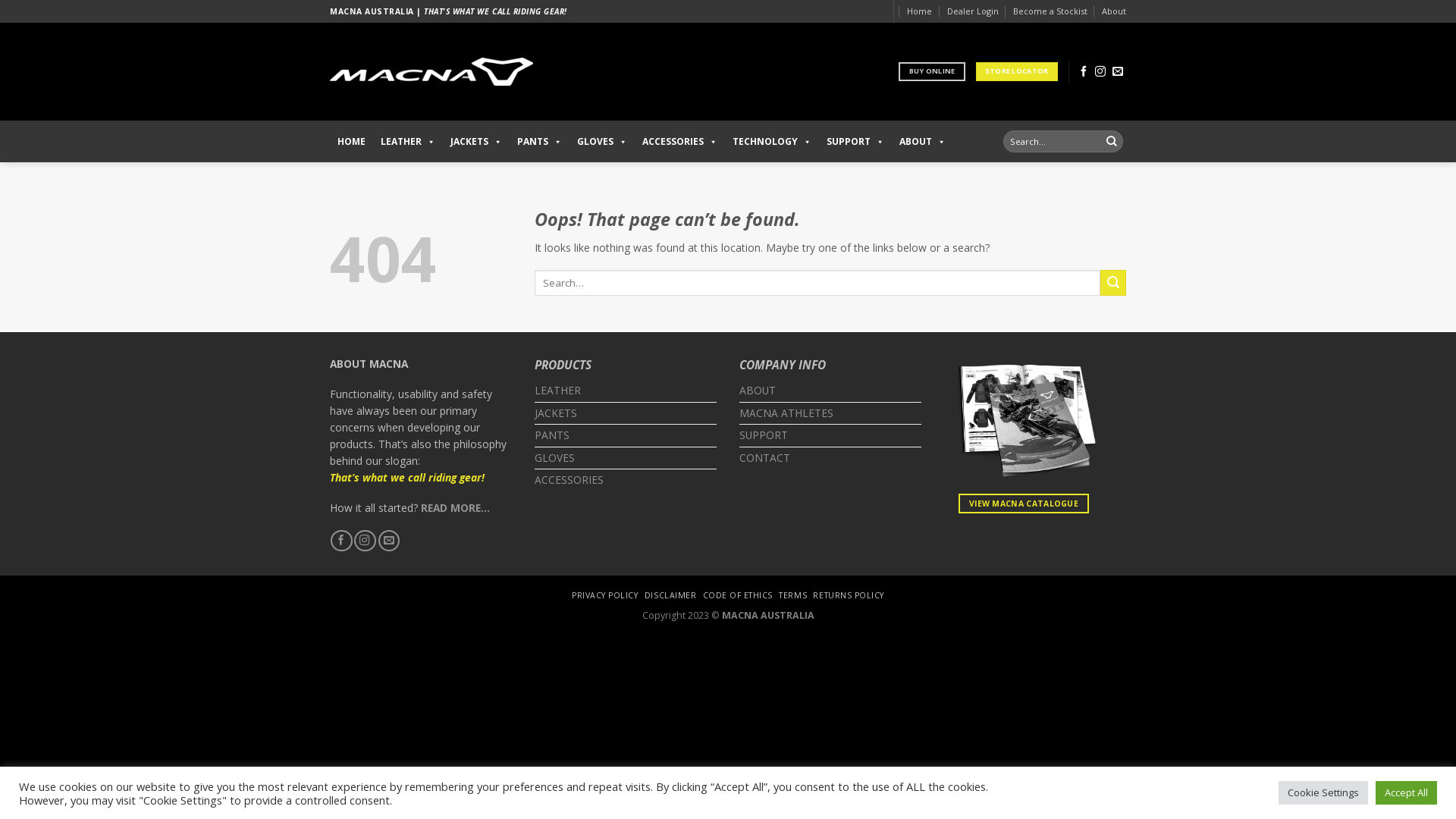  What do you see at coordinates (535, 413) in the screenshot?
I see `'JACKETS'` at bounding box center [535, 413].